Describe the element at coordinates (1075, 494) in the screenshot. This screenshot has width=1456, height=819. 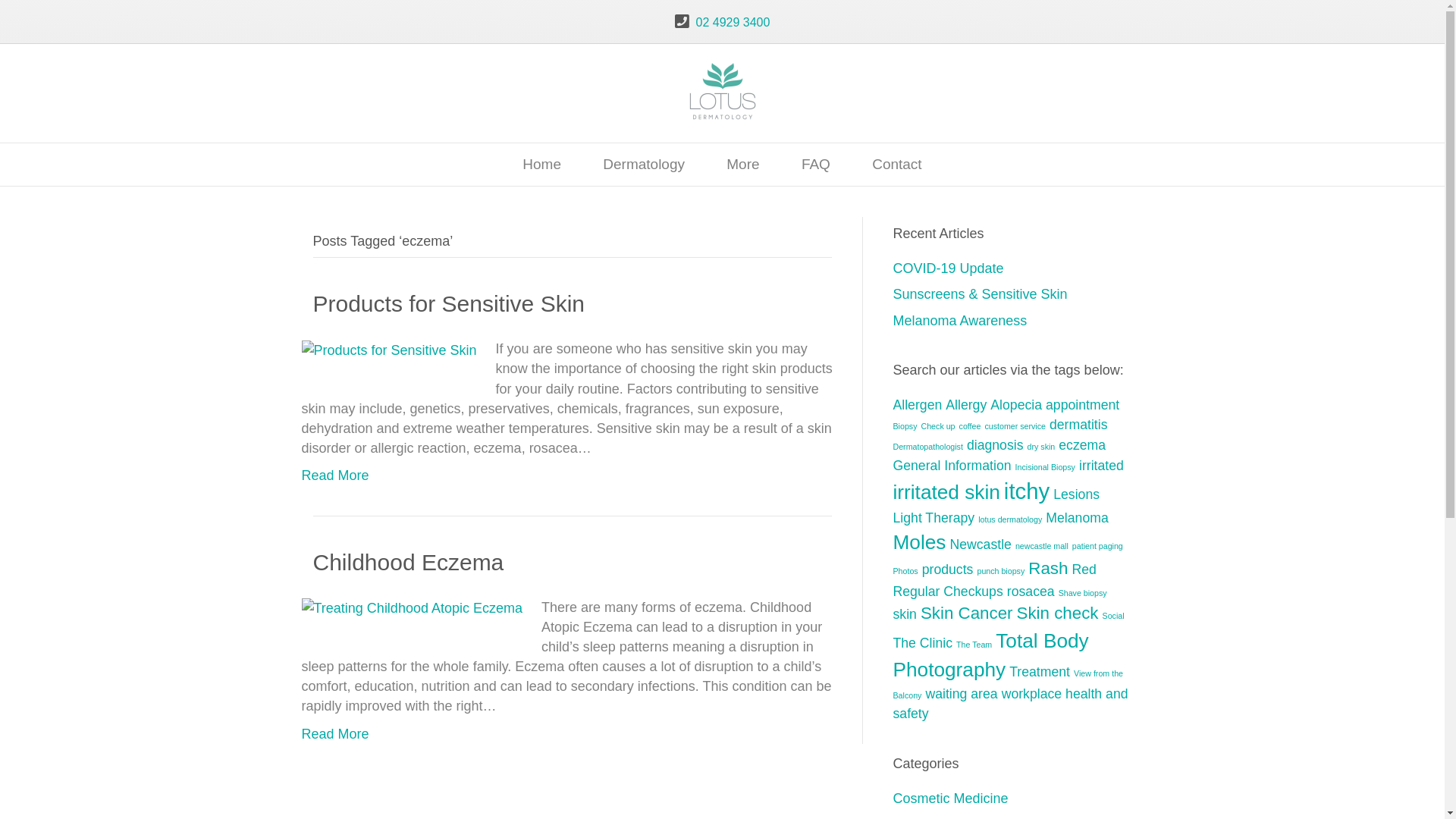
I see `'Lesions'` at that location.